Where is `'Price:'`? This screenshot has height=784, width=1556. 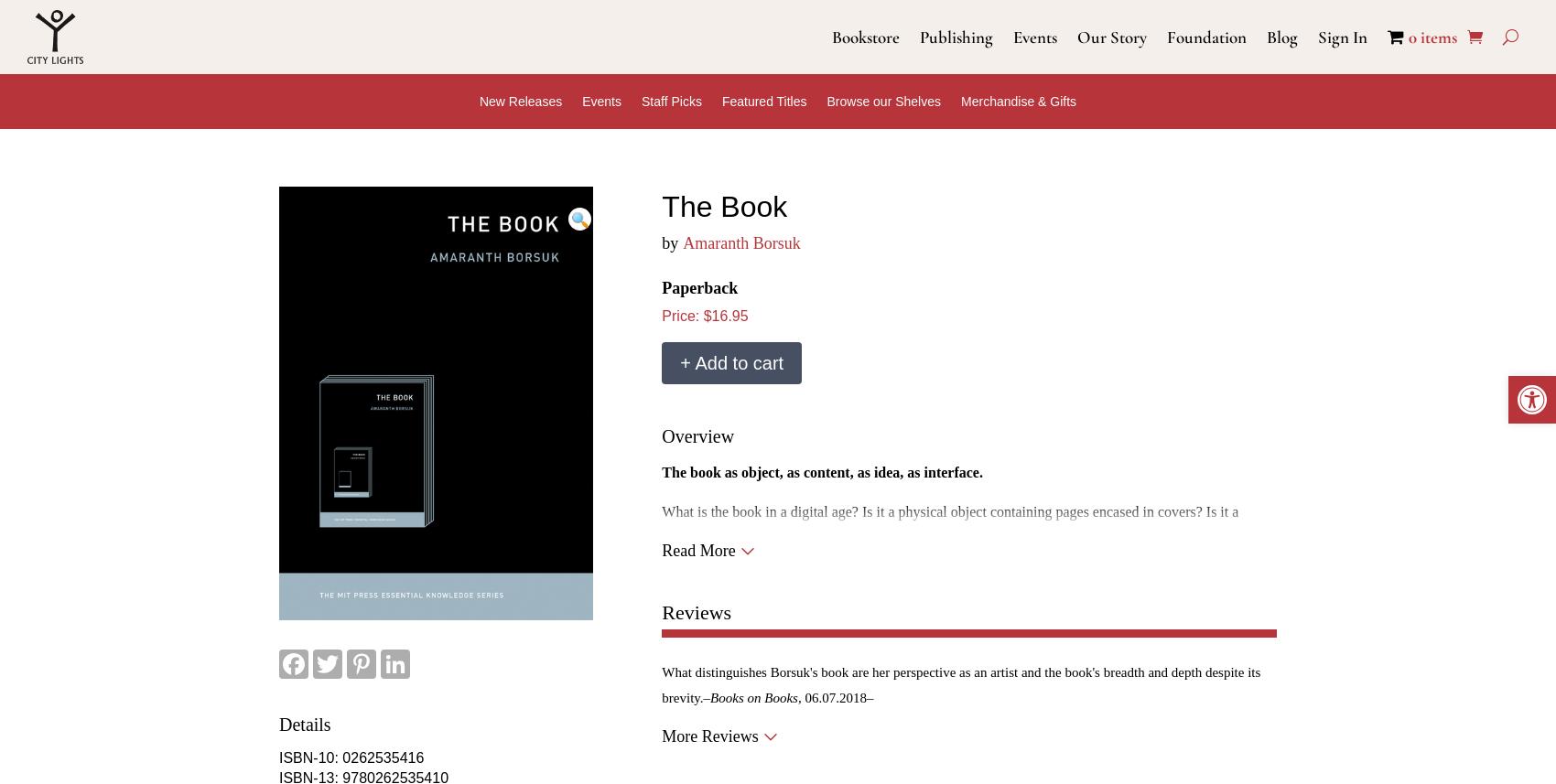
'Price:' is located at coordinates (681, 315).